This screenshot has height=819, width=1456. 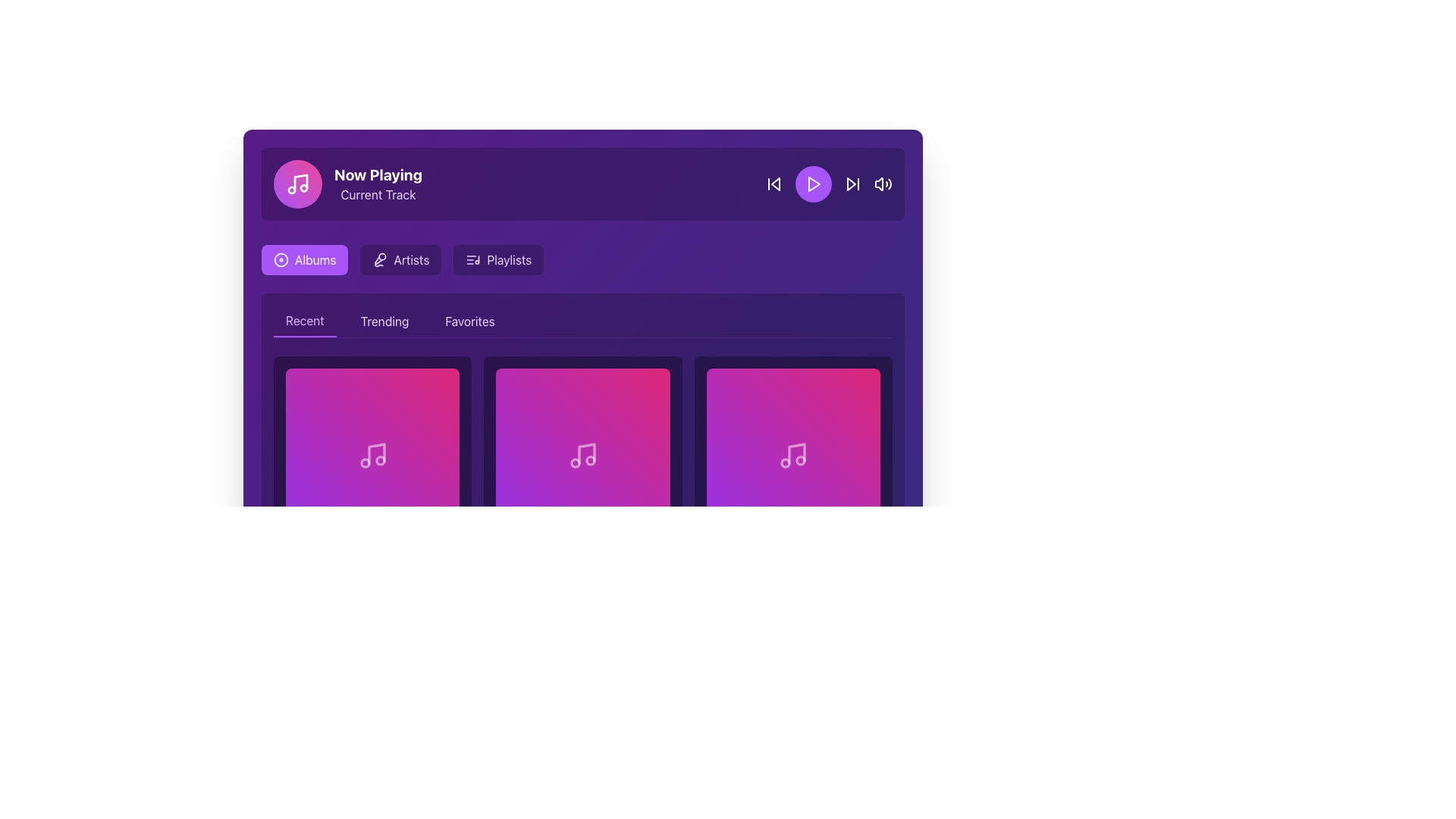 I want to click on the 'Favorites' tab in the navigation bar, so click(x=582, y=321).